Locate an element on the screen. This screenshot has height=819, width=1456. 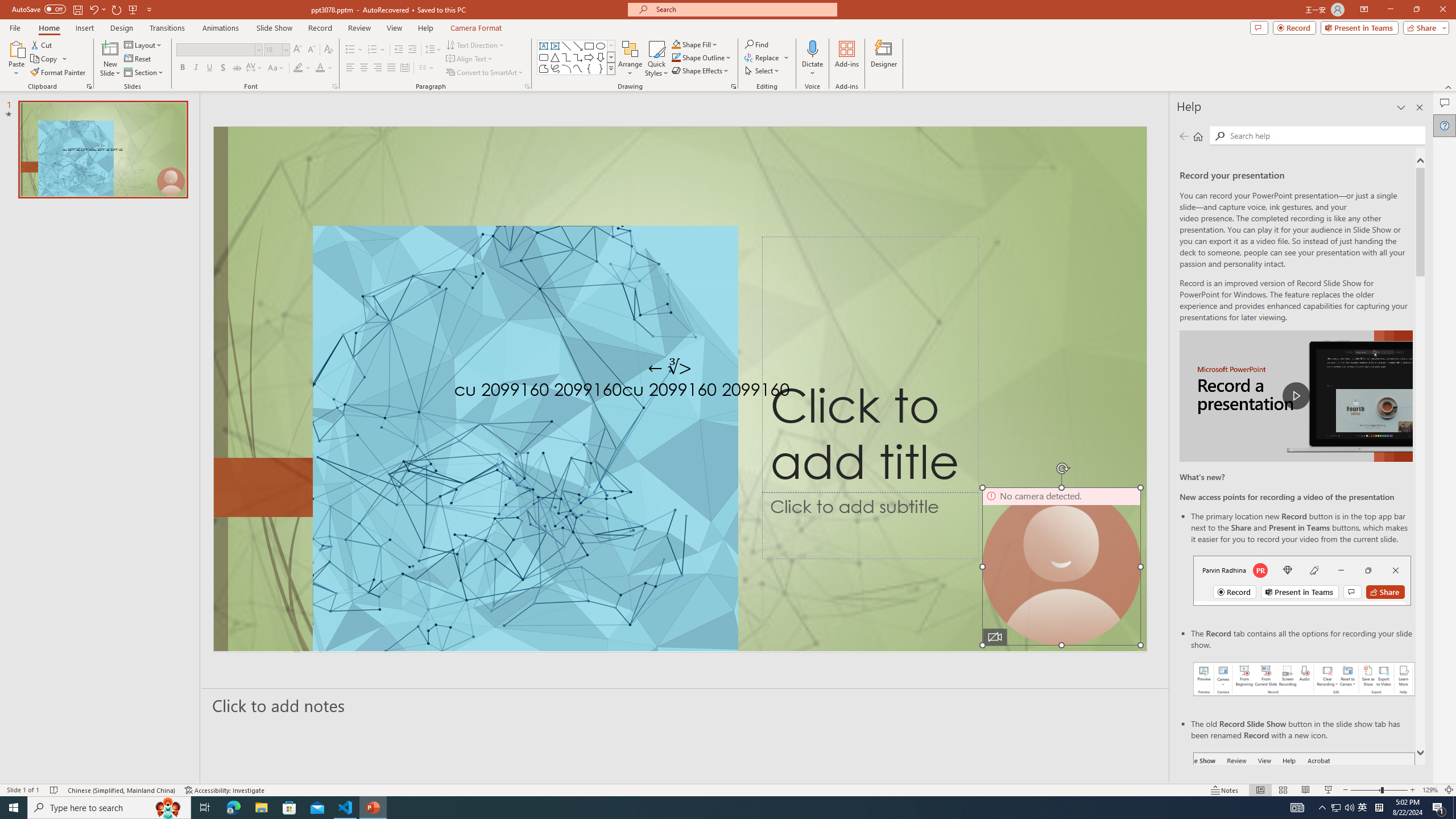
'Zoom 129%' is located at coordinates (1430, 790).